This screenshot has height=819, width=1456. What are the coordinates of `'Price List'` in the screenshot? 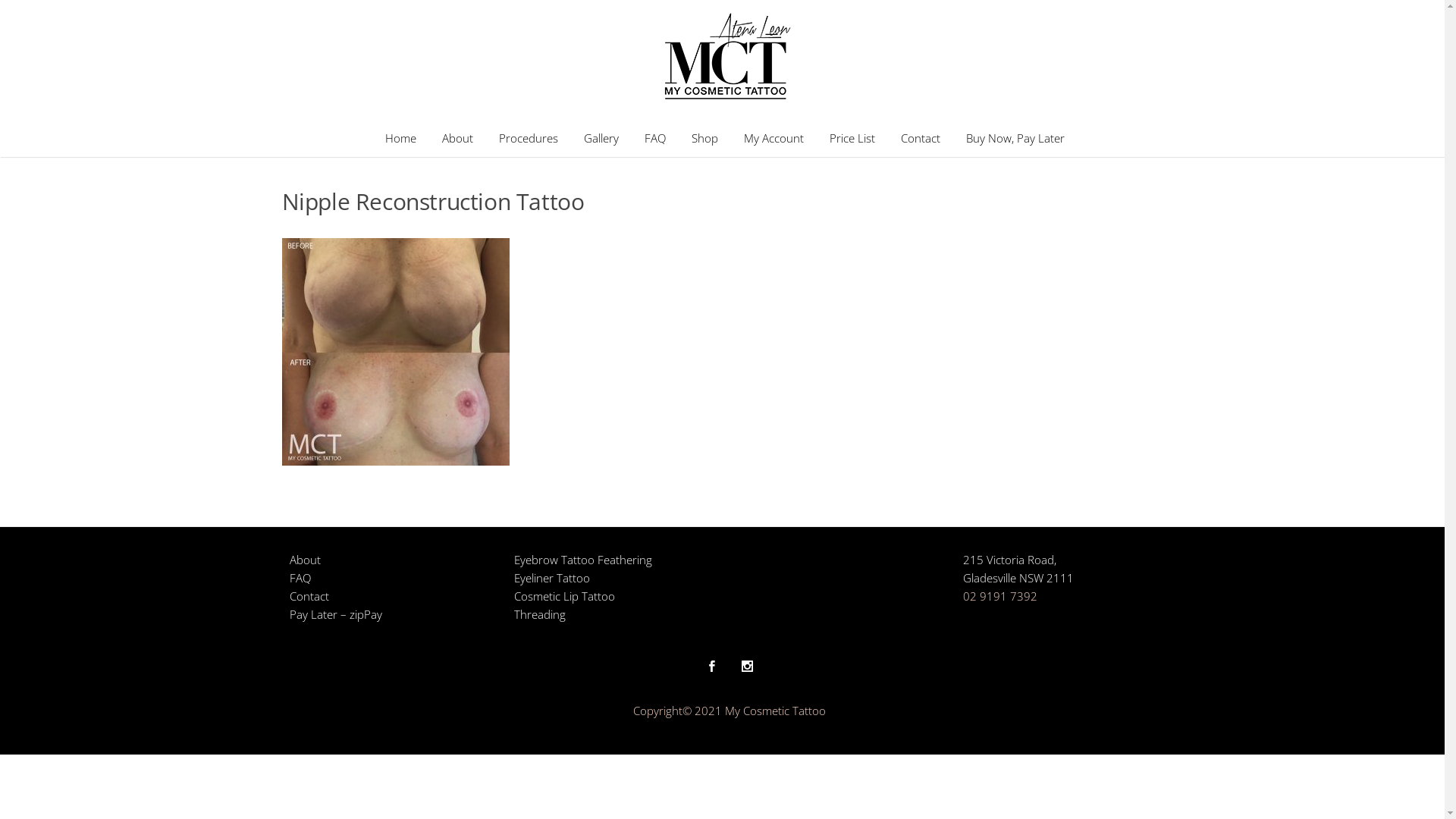 It's located at (817, 137).